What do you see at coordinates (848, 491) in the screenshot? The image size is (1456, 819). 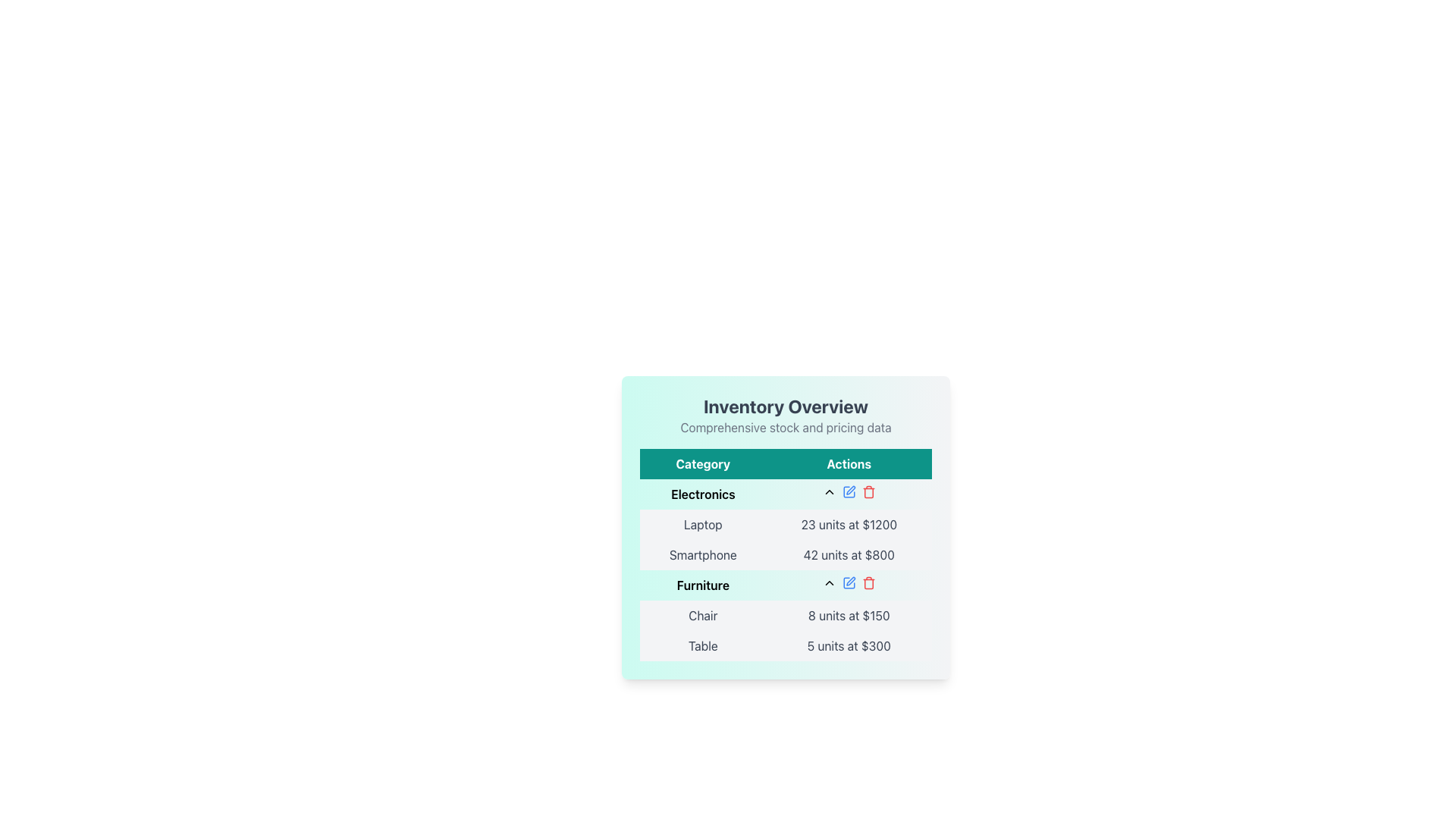 I see `the edit button located in the 'Actions' column of the 'Electronics' category row to initiate an edit action` at bounding box center [848, 491].